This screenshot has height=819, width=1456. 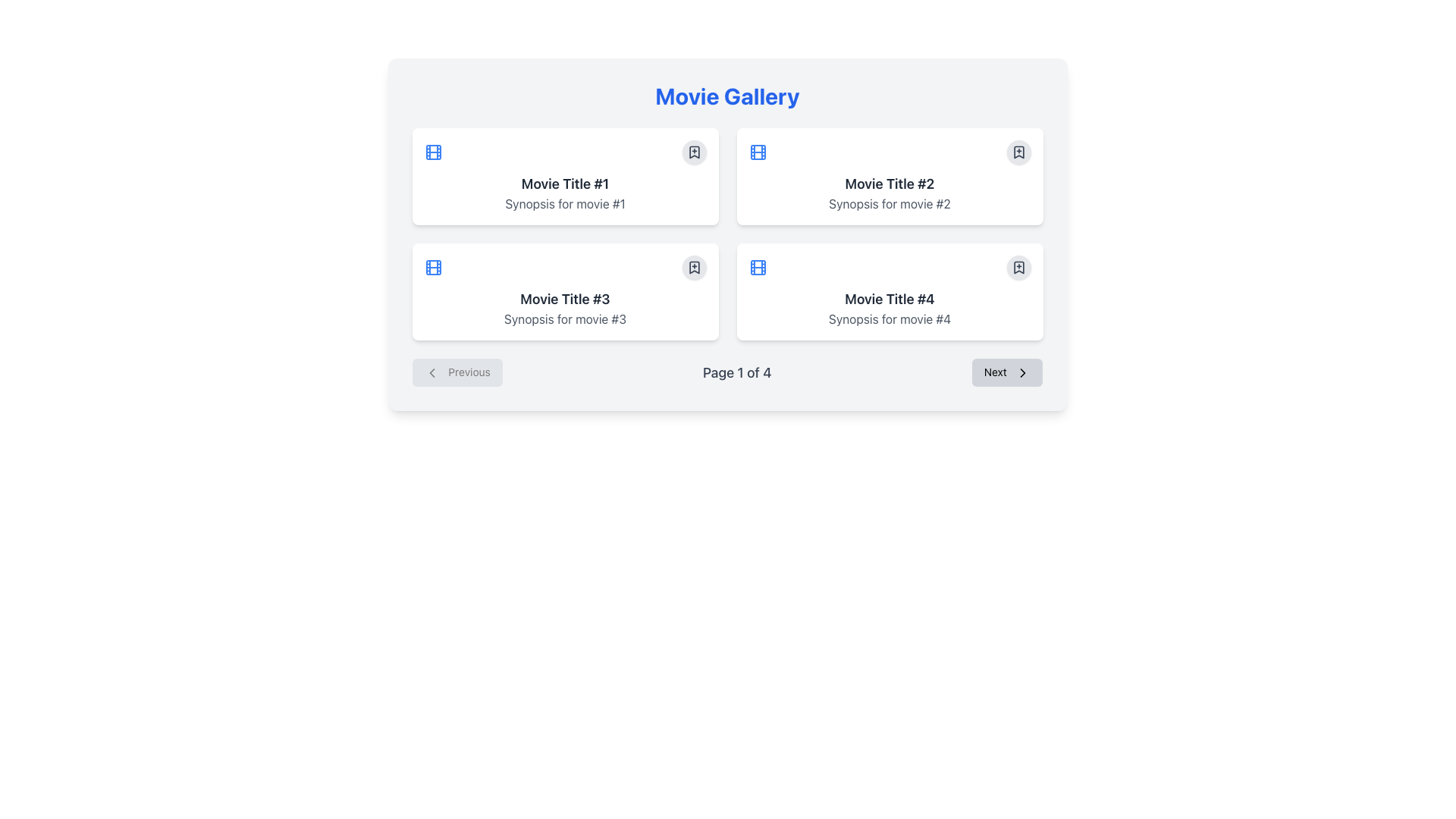 I want to click on the bookmarking button located, so click(x=693, y=152).